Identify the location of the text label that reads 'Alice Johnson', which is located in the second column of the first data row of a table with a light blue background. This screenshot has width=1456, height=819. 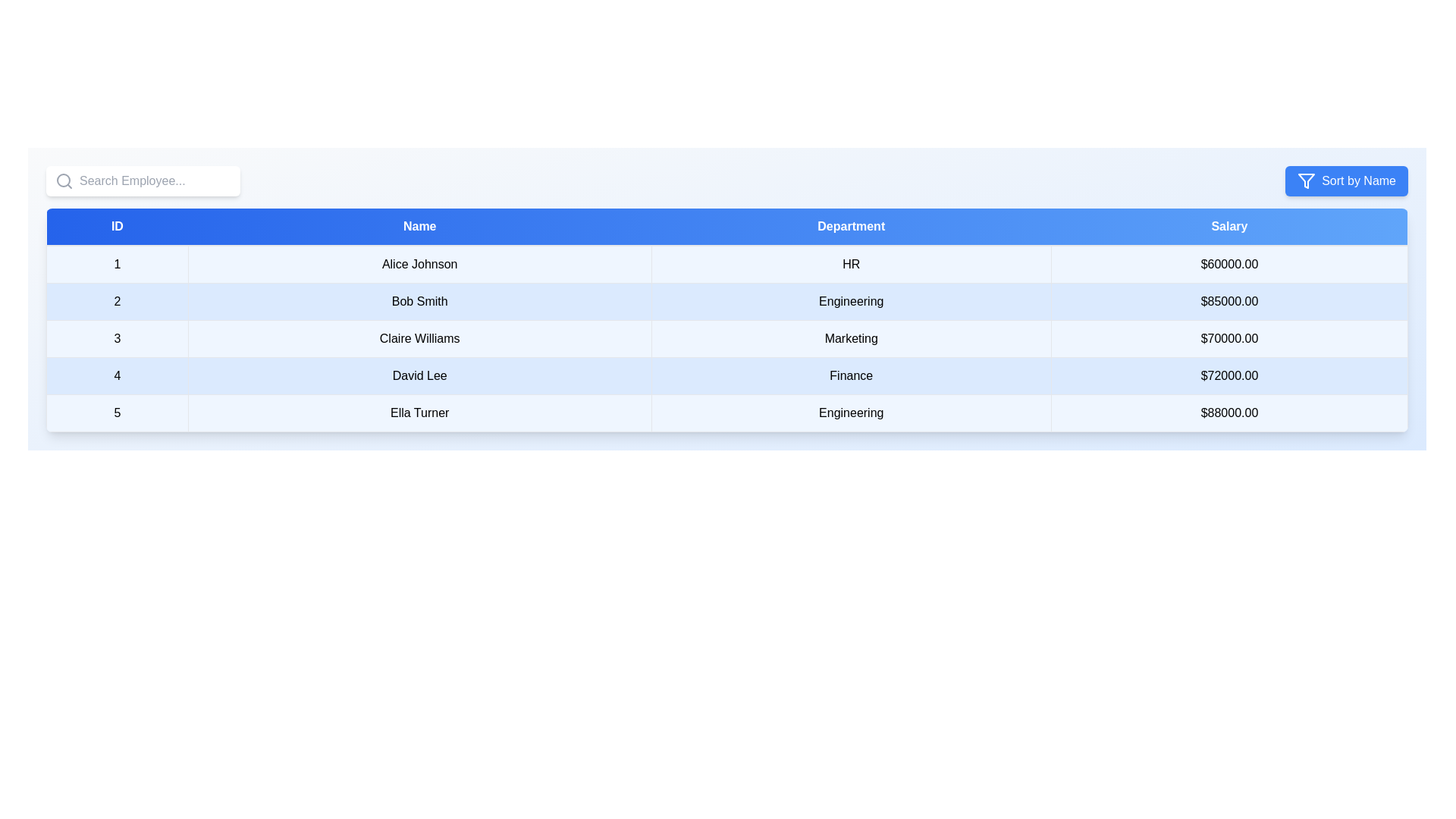
(419, 263).